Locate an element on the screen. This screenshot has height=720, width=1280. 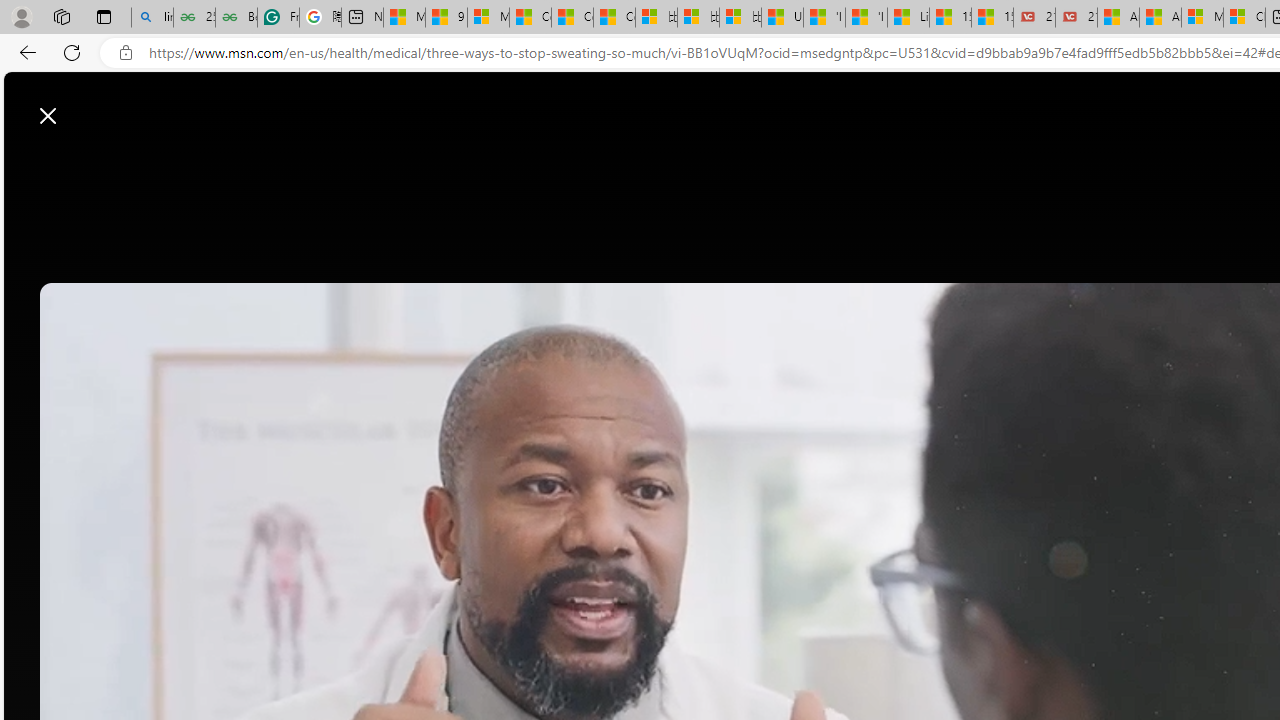
'Class: control icon-only' is located at coordinates (48, 115).